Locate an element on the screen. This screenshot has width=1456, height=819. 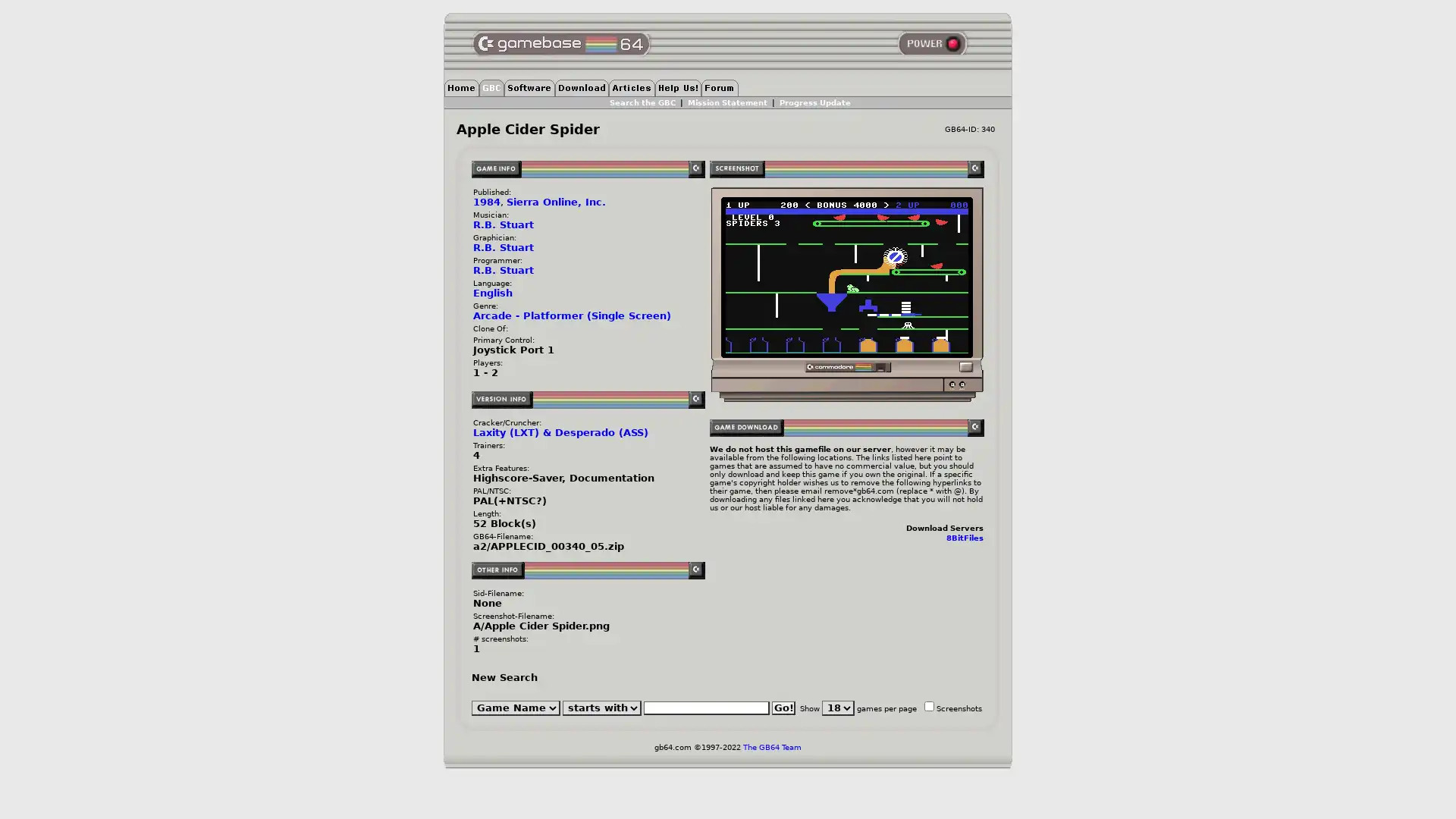
Go! is located at coordinates (783, 708).